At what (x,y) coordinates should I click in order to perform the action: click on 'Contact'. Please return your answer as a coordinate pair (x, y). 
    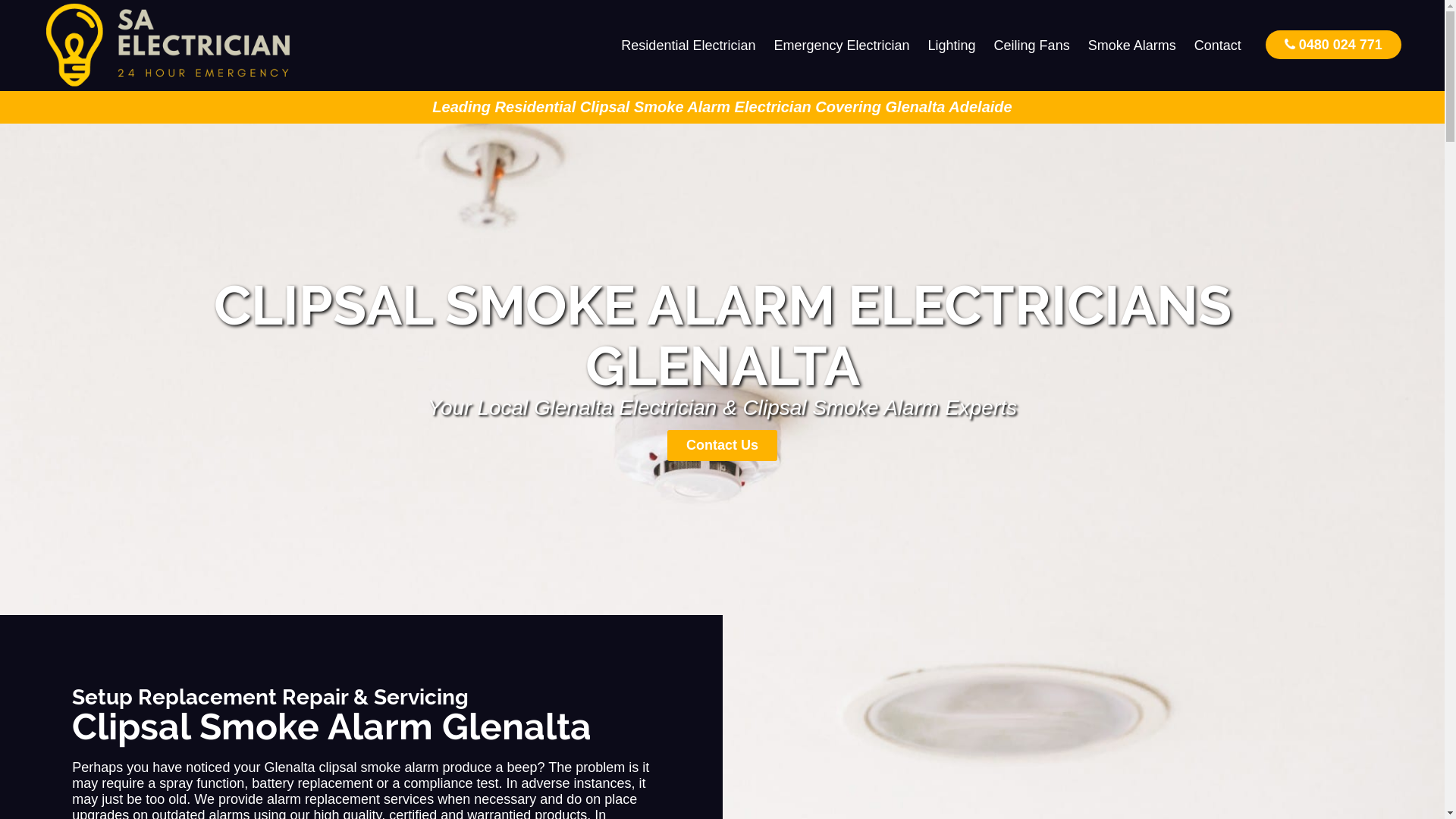
    Looking at the image, I should click on (1218, 45).